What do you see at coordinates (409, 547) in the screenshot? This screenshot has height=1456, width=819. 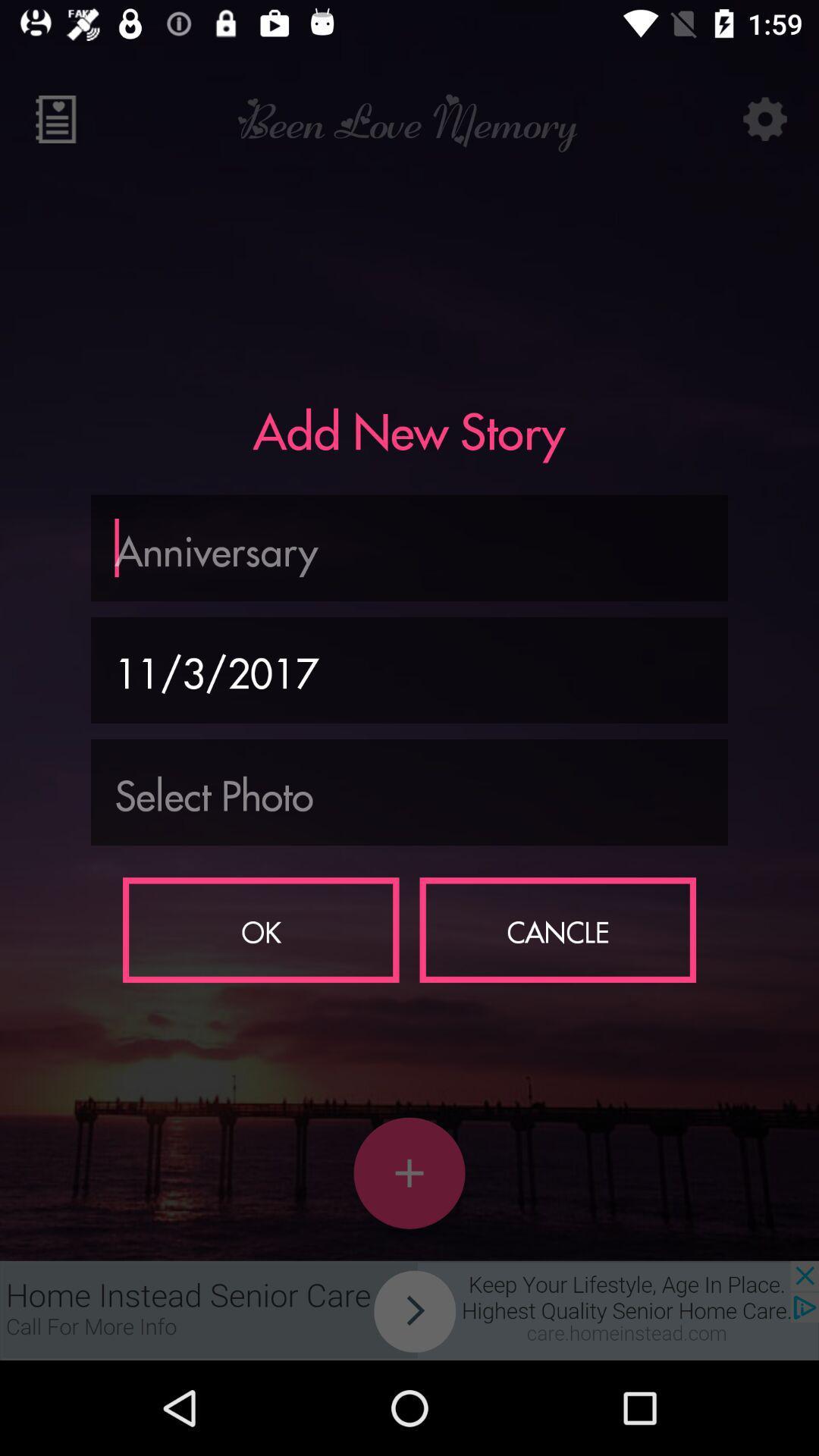 I see `icon below add new story icon` at bounding box center [409, 547].